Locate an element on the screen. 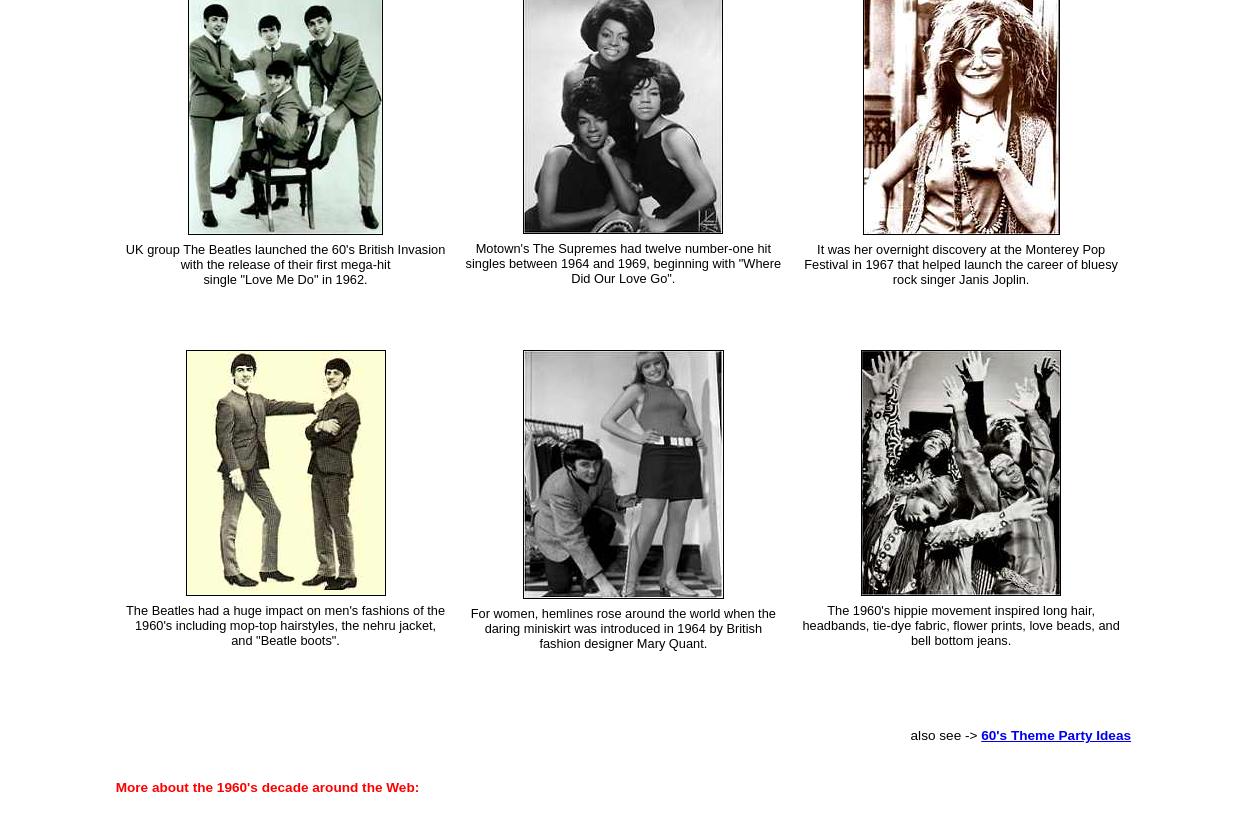 The height and width of the screenshot is (835, 1250). 'Motown's The Supremes had twelve number-one hit singles between 1964 and 1969, beginning with "Where Did Our Love Go".' is located at coordinates (622, 262).